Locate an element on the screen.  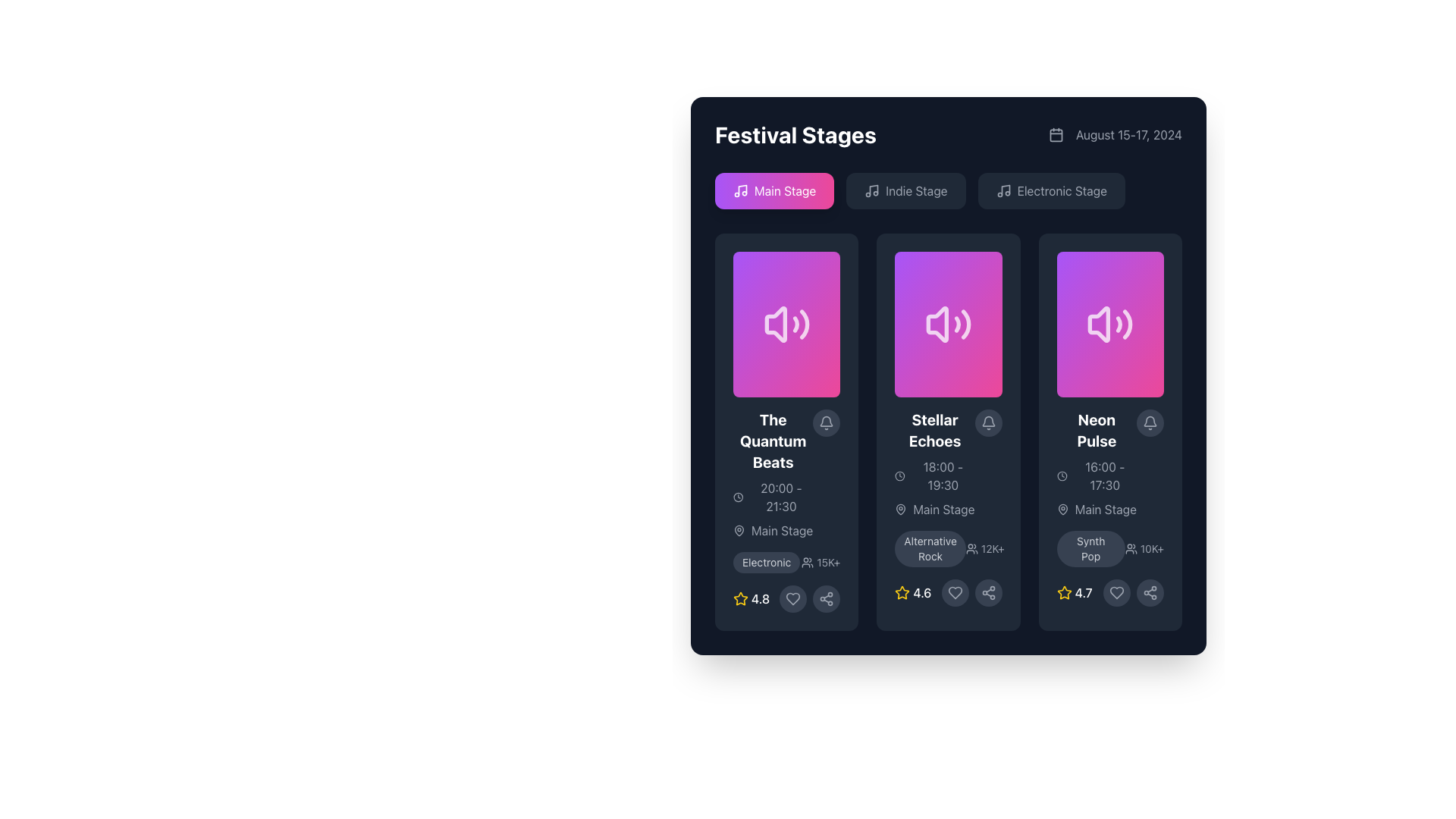
the outlined heart icon button located at the bottom center of the 'Neon Pulse' box is located at coordinates (1117, 592).